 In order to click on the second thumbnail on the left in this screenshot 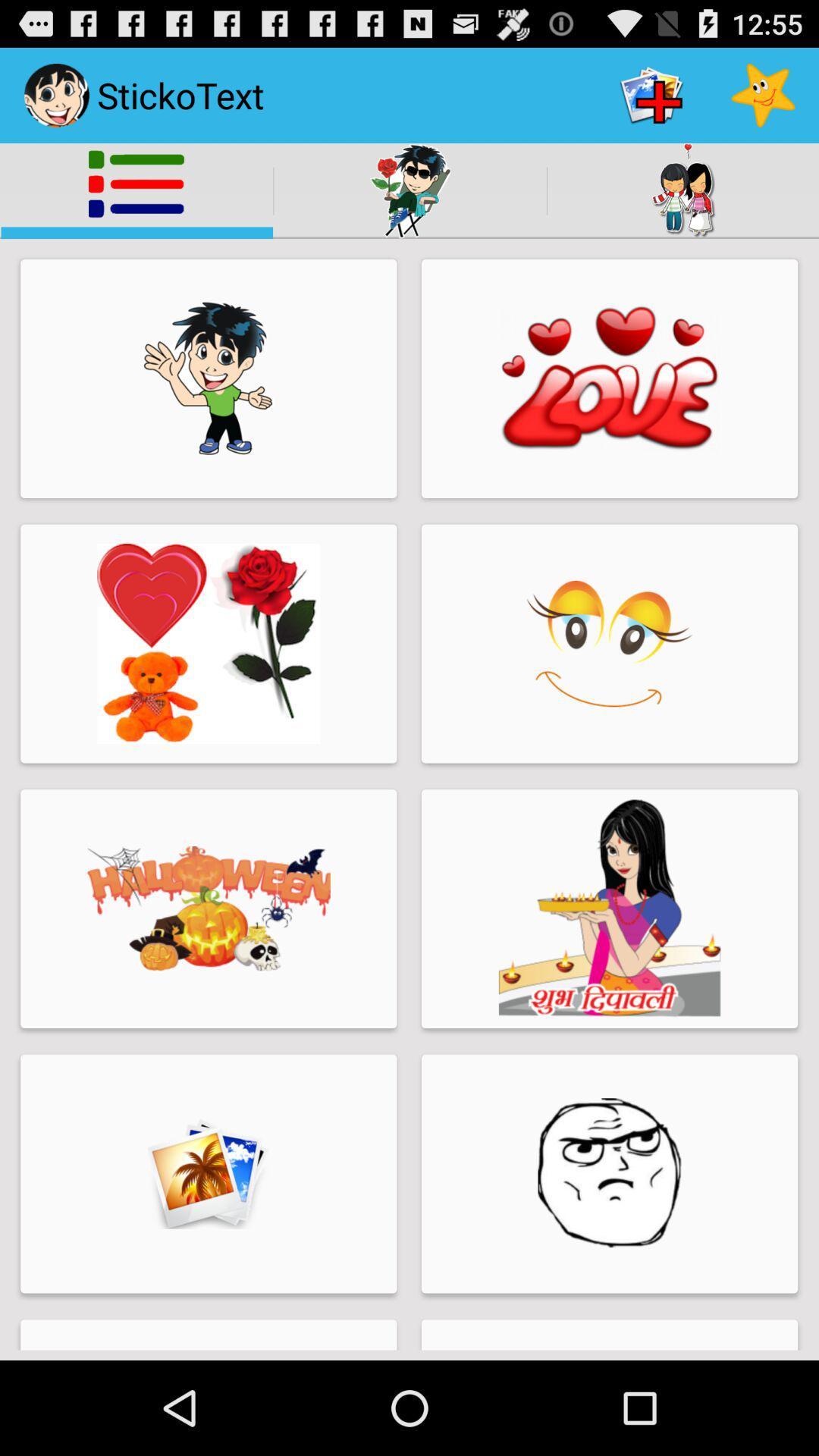, I will do `click(209, 644)`.